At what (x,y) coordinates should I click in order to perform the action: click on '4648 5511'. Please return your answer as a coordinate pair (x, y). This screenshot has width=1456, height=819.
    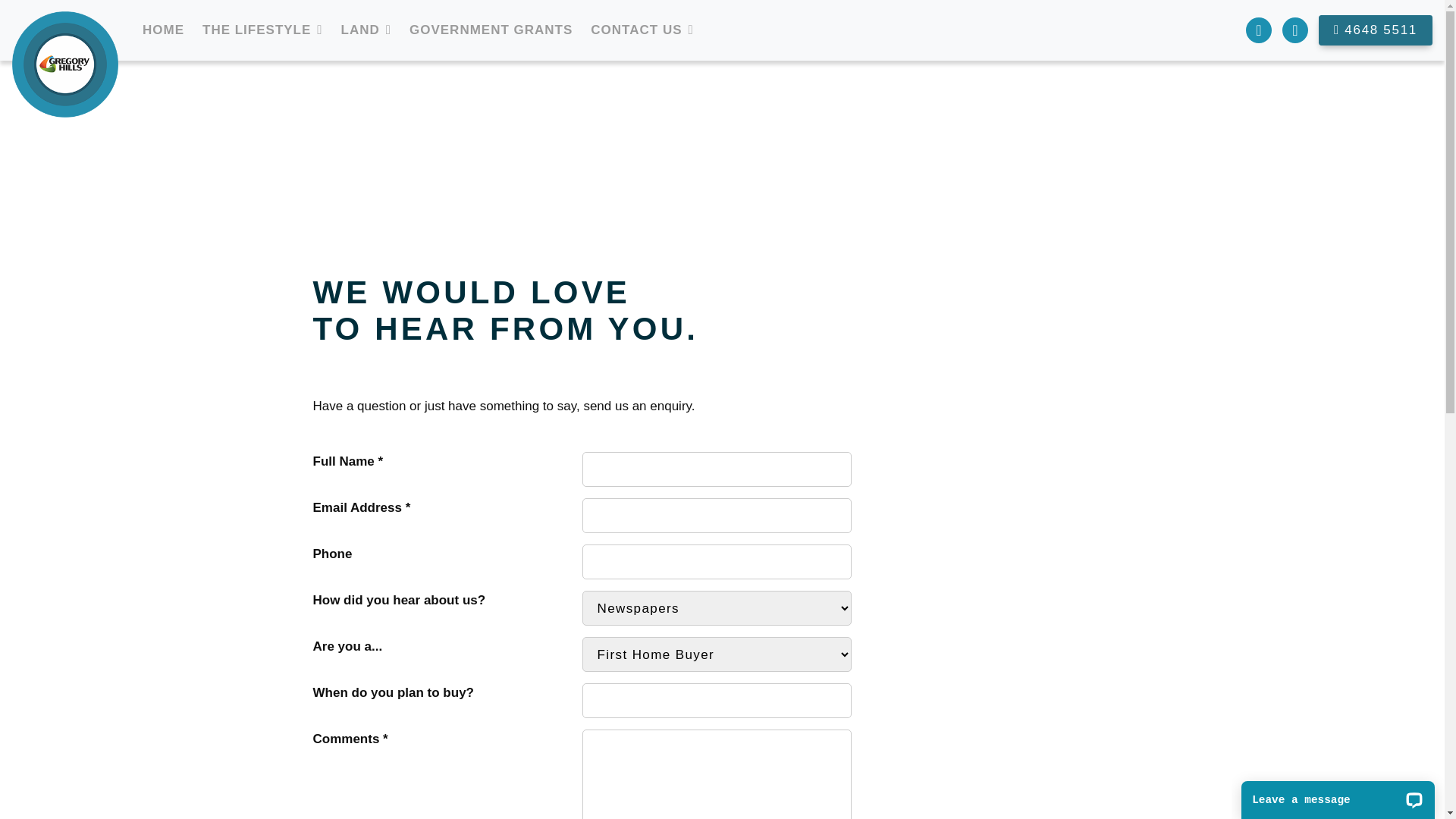
    Looking at the image, I should click on (1376, 30).